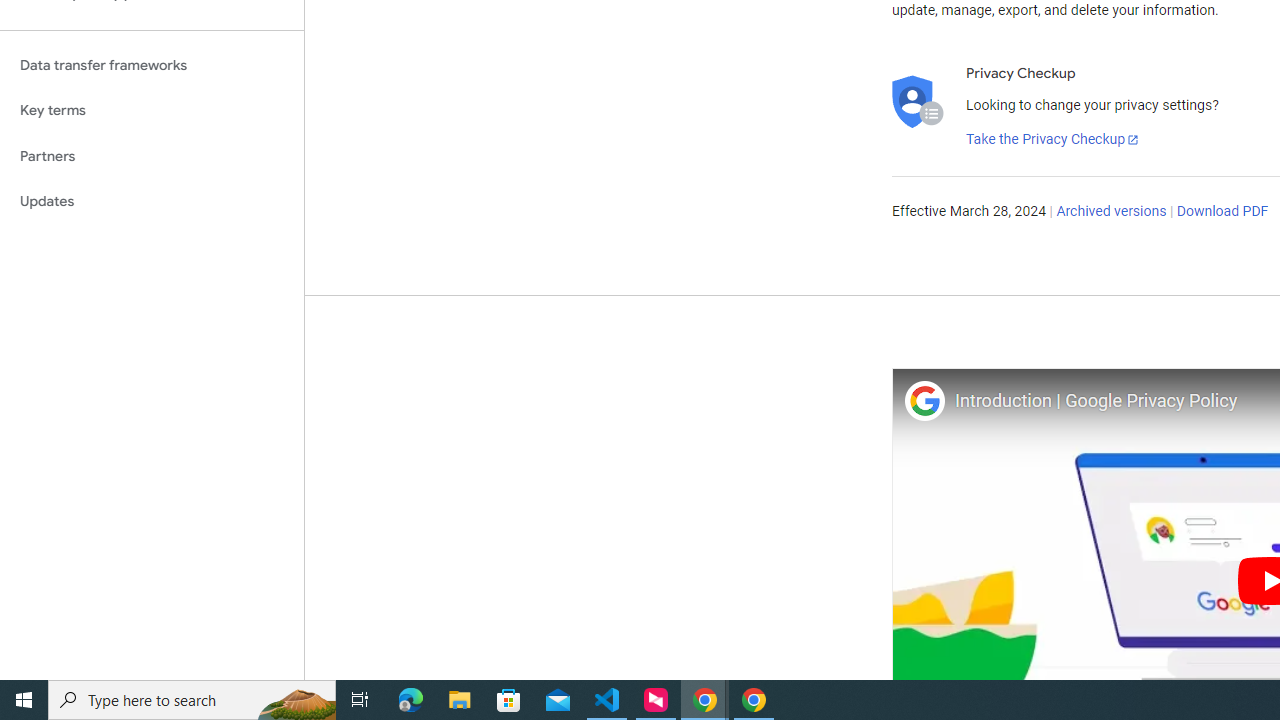  Describe the element at coordinates (1052, 139) in the screenshot. I see `'Take the Privacy Checkup'` at that location.